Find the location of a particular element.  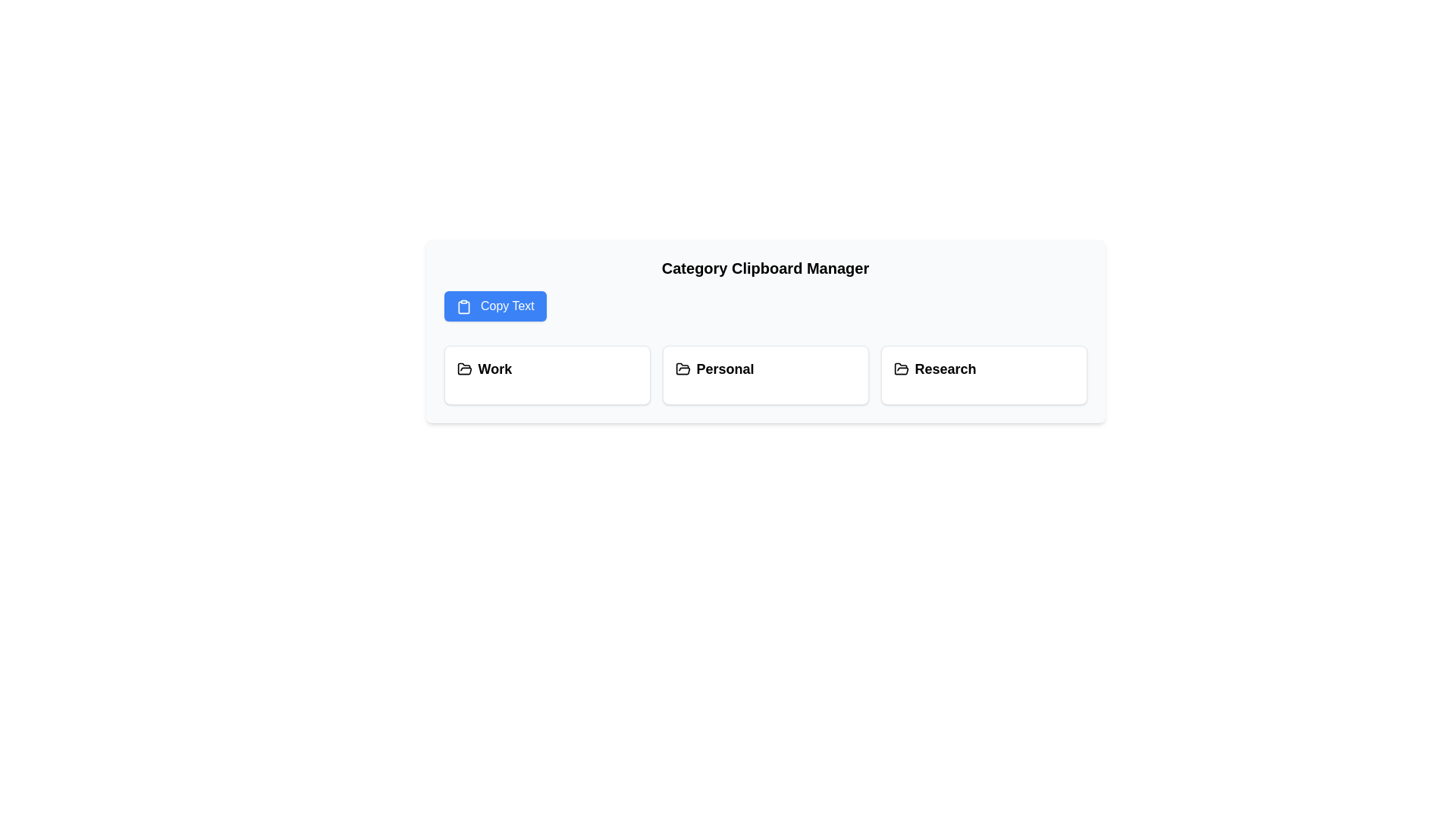

the folder icon representing the 'Work' category, which is located to the left of the text label 'Work' is located at coordinates (463, 369).